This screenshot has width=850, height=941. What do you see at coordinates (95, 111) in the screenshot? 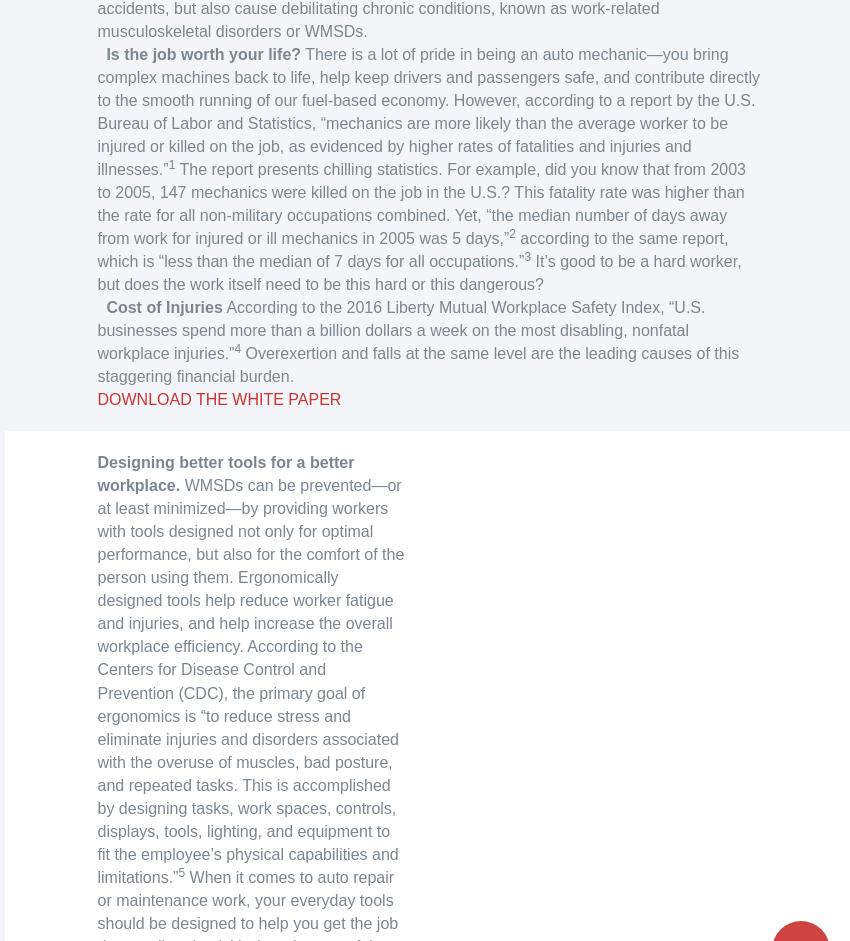
I see `'There is a lot of pride in being an auto mechanic—you bring complex machines back to life, help keep drivers and passengers safe, and contribute directly to the smooth running of our fuel-based economy. However, according to a report by the U.S. Bureau of Labor and Statistics, “mechanics are more likely than the average worker to be injured or killed on the job, as evidenced by higher rates of fatalities and injuries and illnesses.”'` at bounding box center [95, 111].